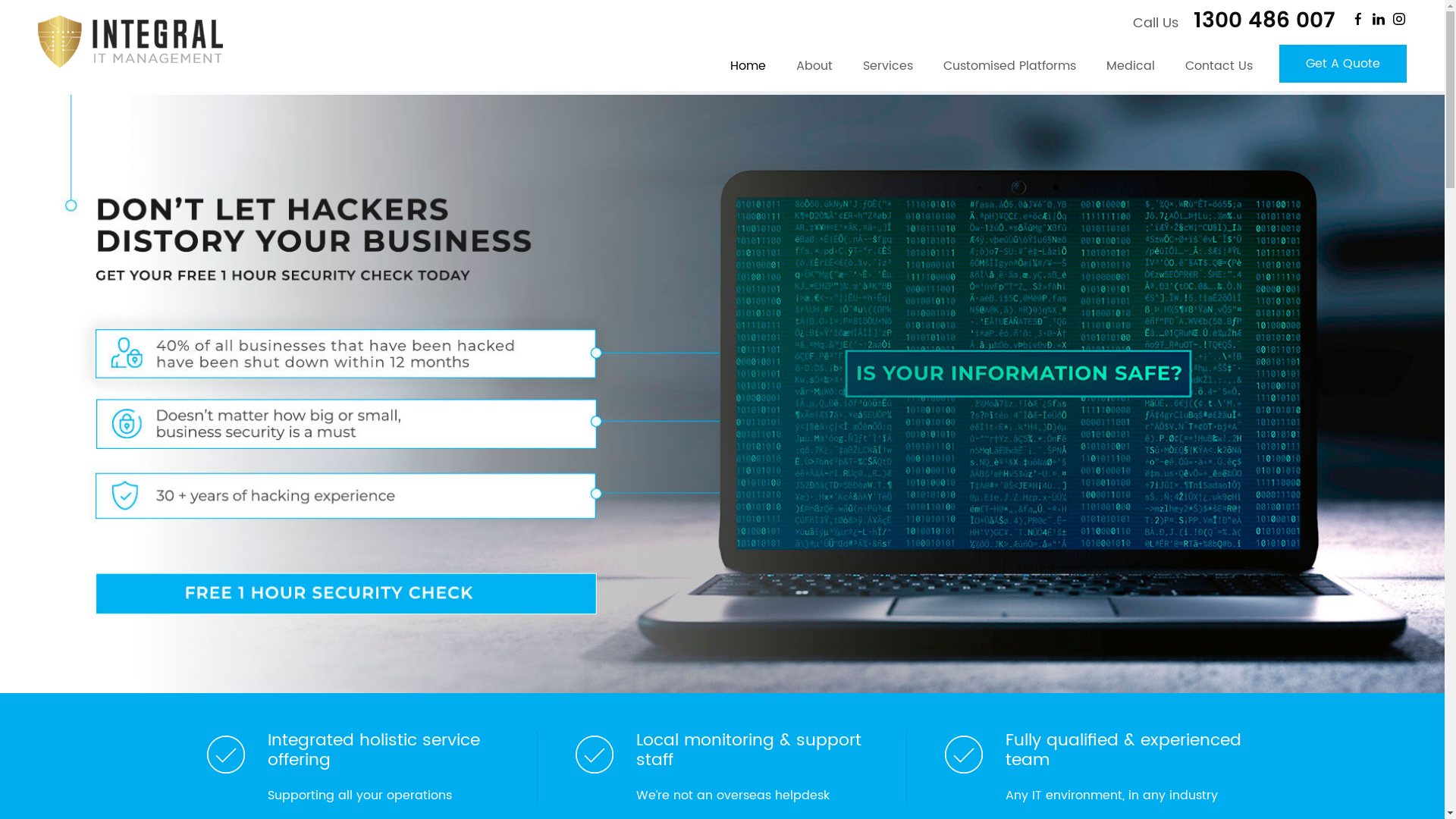 The image size is (1456, 819). I want to click on '1300 486 007', so click(1259, 20).